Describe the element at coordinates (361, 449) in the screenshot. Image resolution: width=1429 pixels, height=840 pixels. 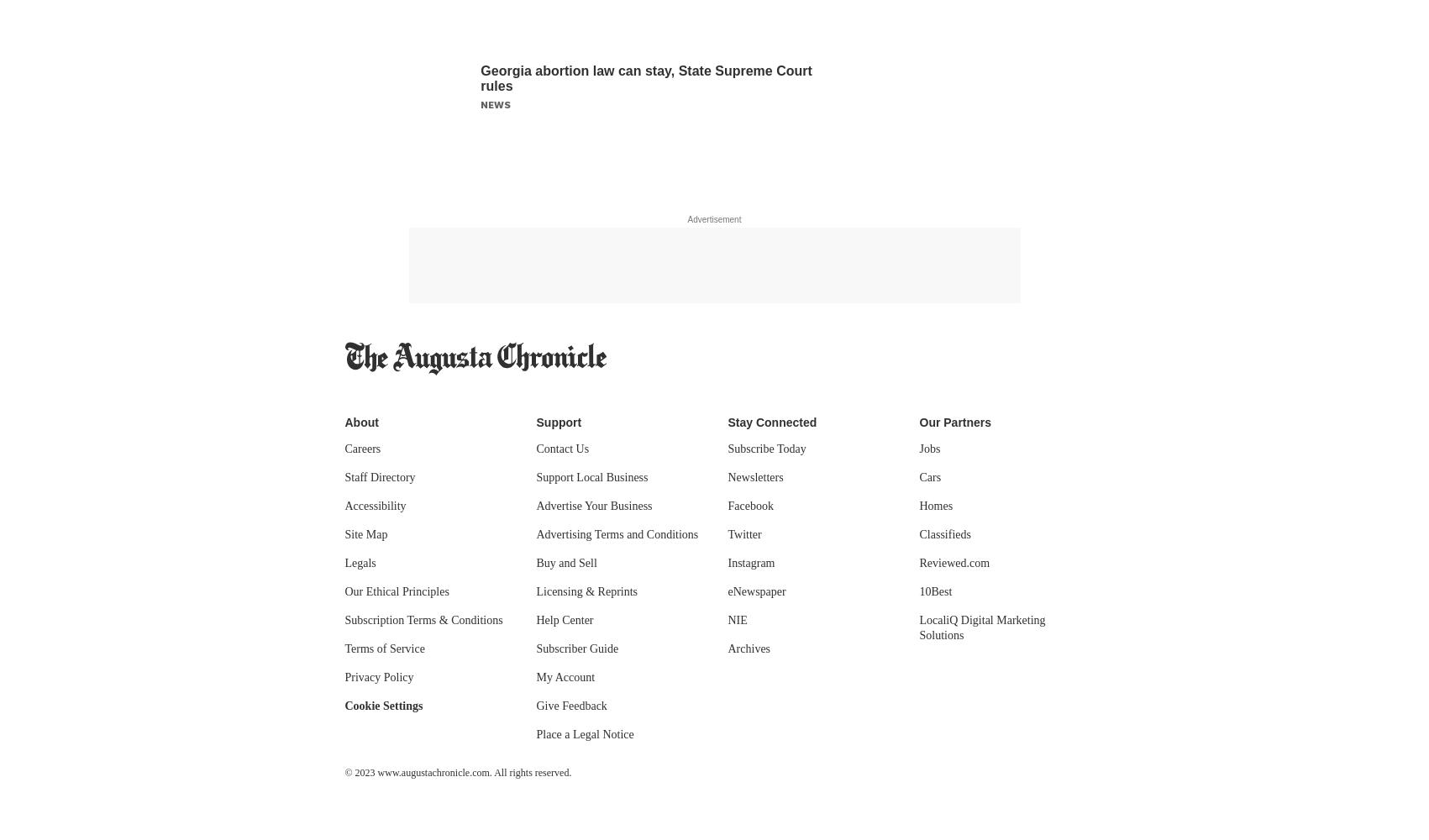
I see `'Careers'` at that location.